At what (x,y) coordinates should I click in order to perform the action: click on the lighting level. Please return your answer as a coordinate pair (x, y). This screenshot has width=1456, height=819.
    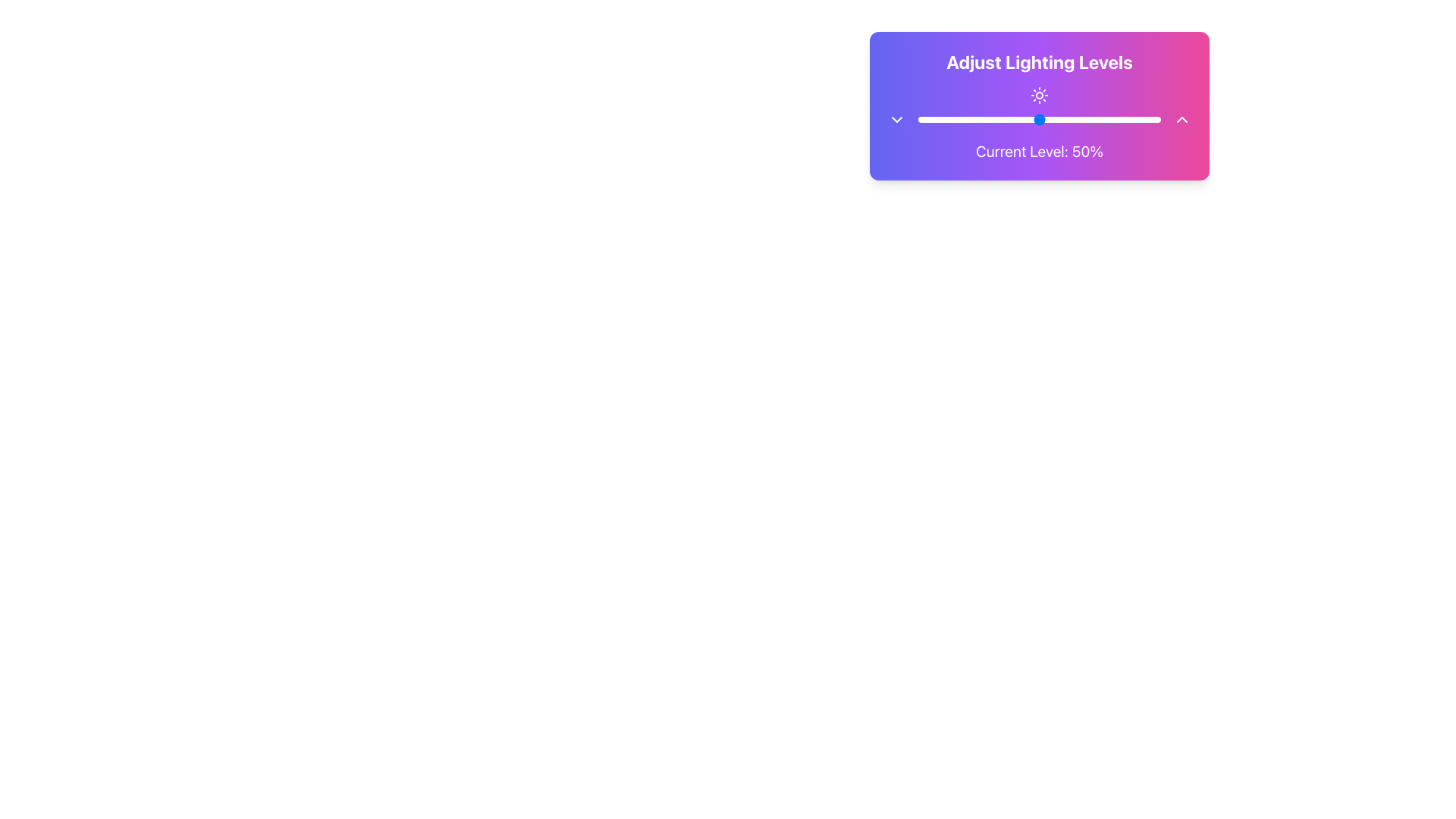
    Looking at the image, I should click on (966, 119).